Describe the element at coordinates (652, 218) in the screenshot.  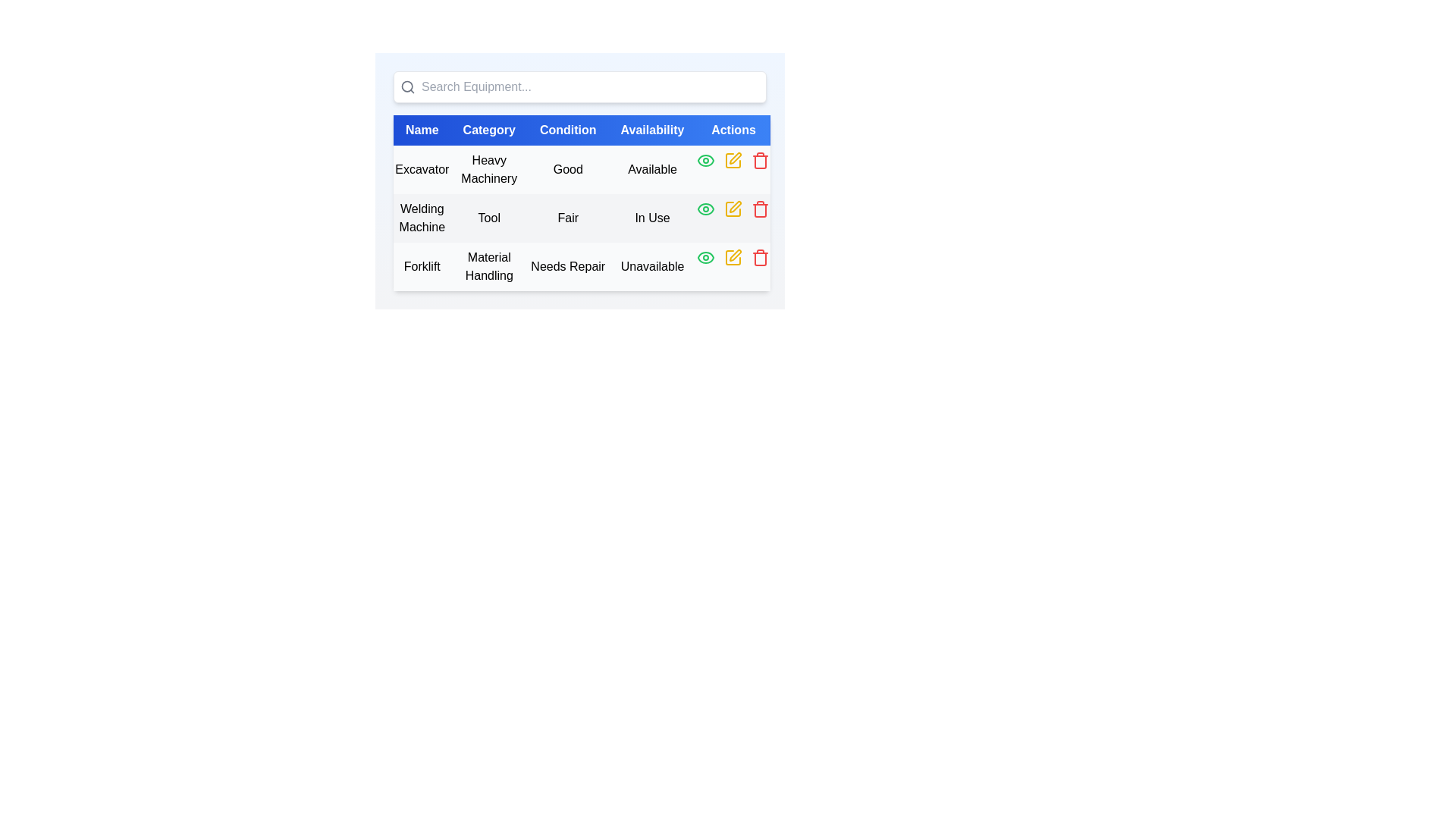
I see `the text label in the second row of the table under the 'Availability' column, which indicates the item is 'In Use'` at that location.